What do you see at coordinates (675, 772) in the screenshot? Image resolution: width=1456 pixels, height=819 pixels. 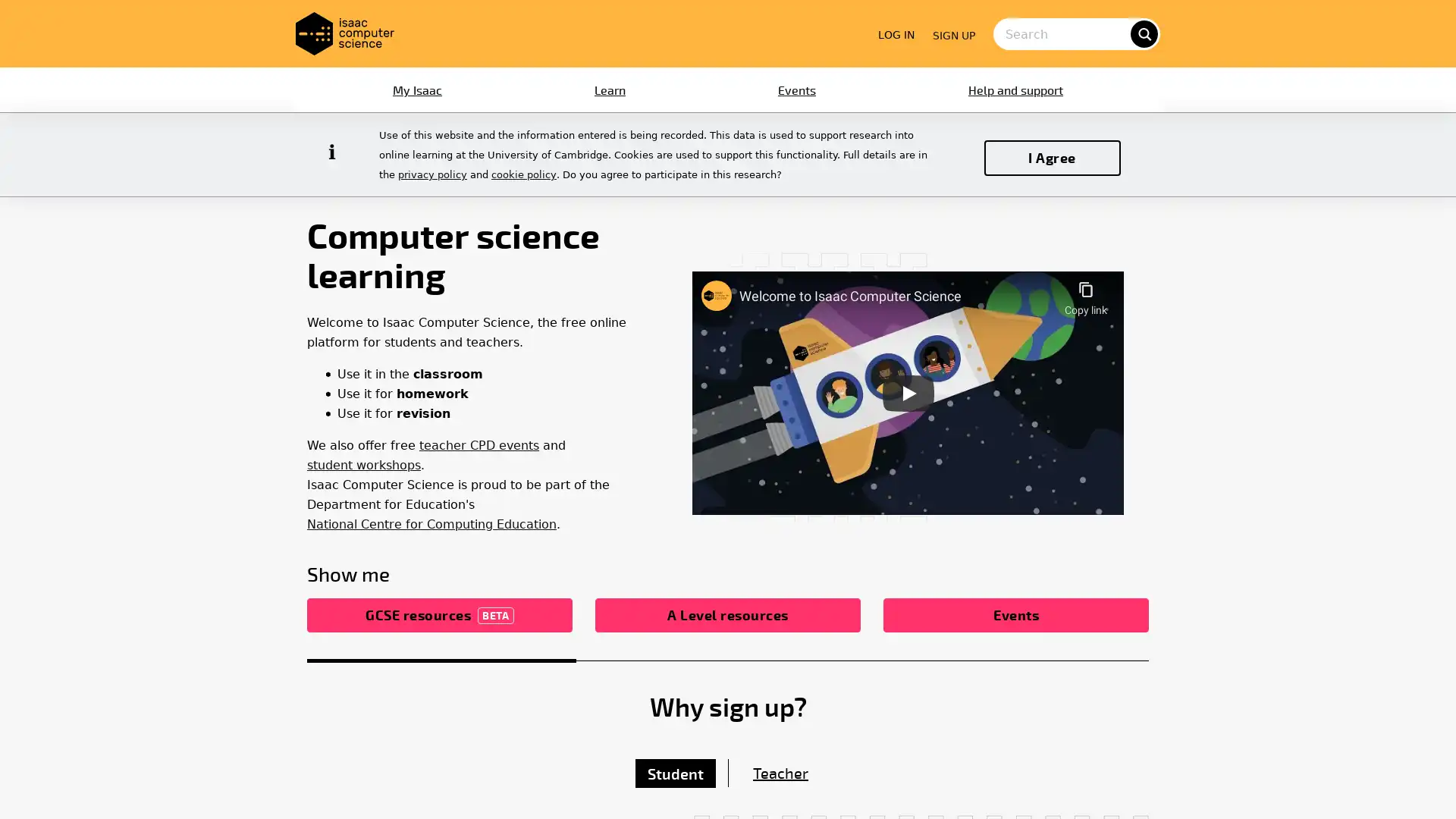 I see `Student` at bounding box center [675, 772].